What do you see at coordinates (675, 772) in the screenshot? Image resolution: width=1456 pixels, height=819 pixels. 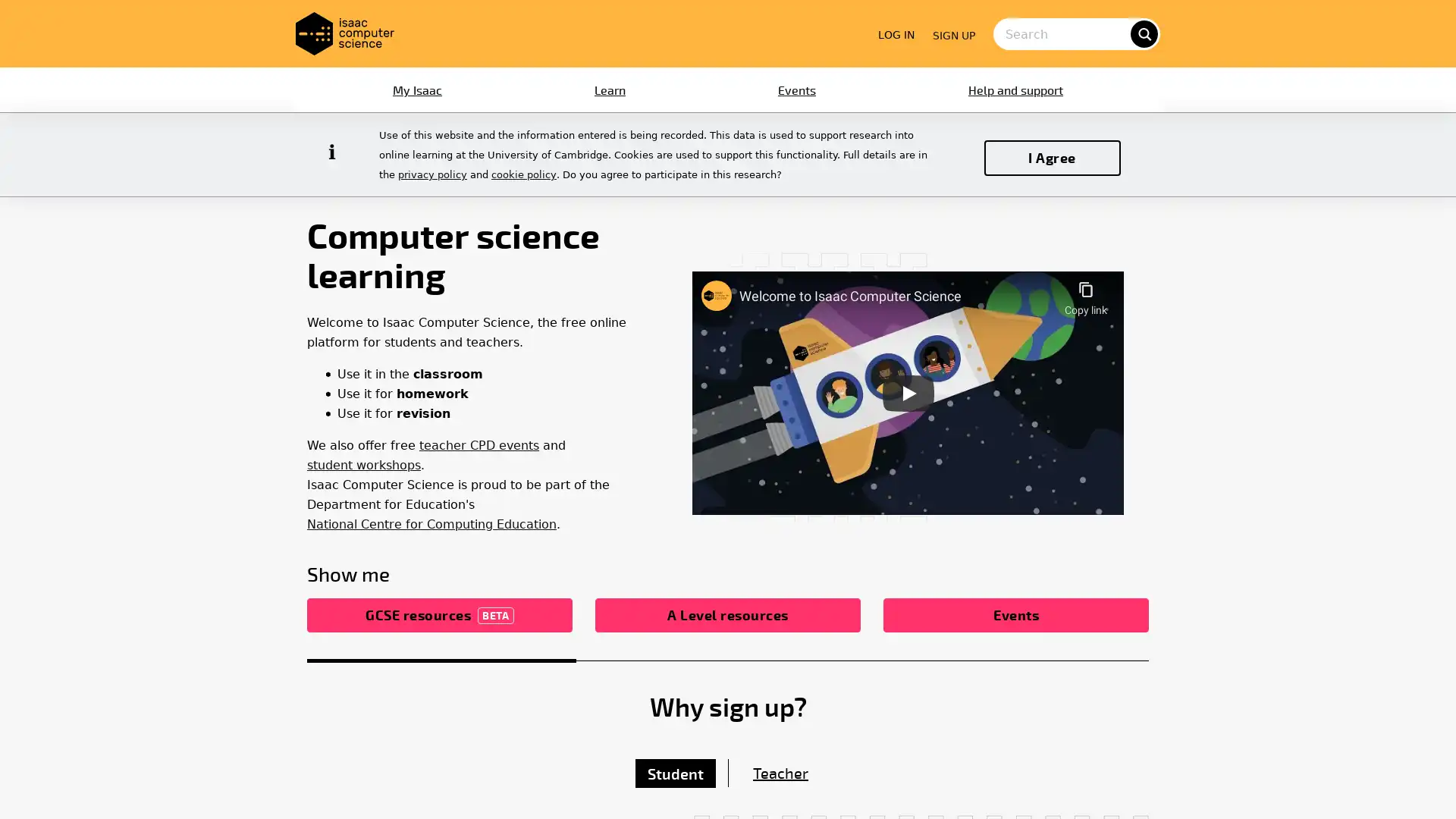 I see `Student` at bounding box center [675, 772].